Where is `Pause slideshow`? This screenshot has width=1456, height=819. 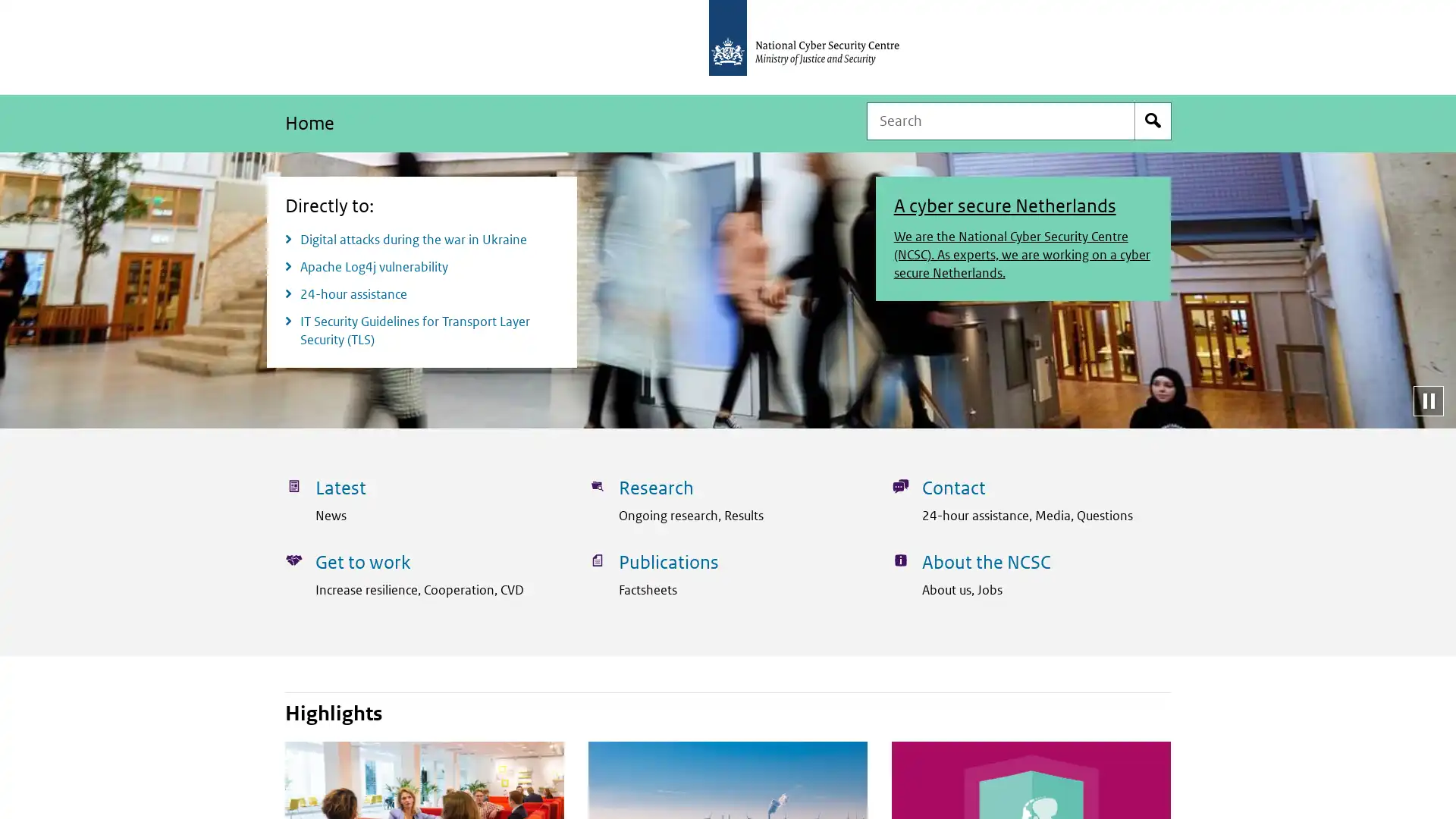
Pause slideshow is located at coordinates (1427, 400).